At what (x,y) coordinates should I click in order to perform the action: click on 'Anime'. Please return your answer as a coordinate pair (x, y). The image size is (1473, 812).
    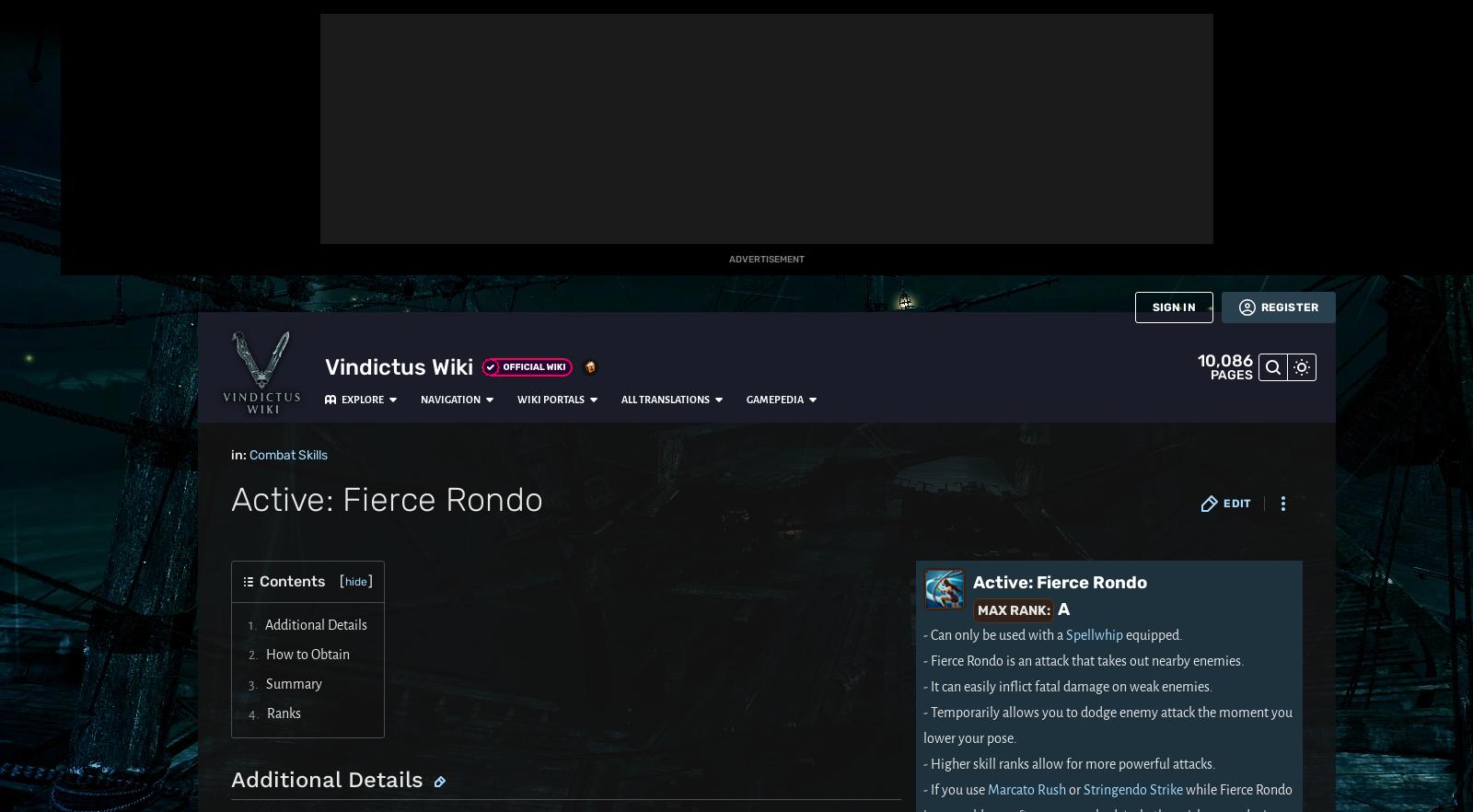
    Looking at the image, I should click on (29, 329).